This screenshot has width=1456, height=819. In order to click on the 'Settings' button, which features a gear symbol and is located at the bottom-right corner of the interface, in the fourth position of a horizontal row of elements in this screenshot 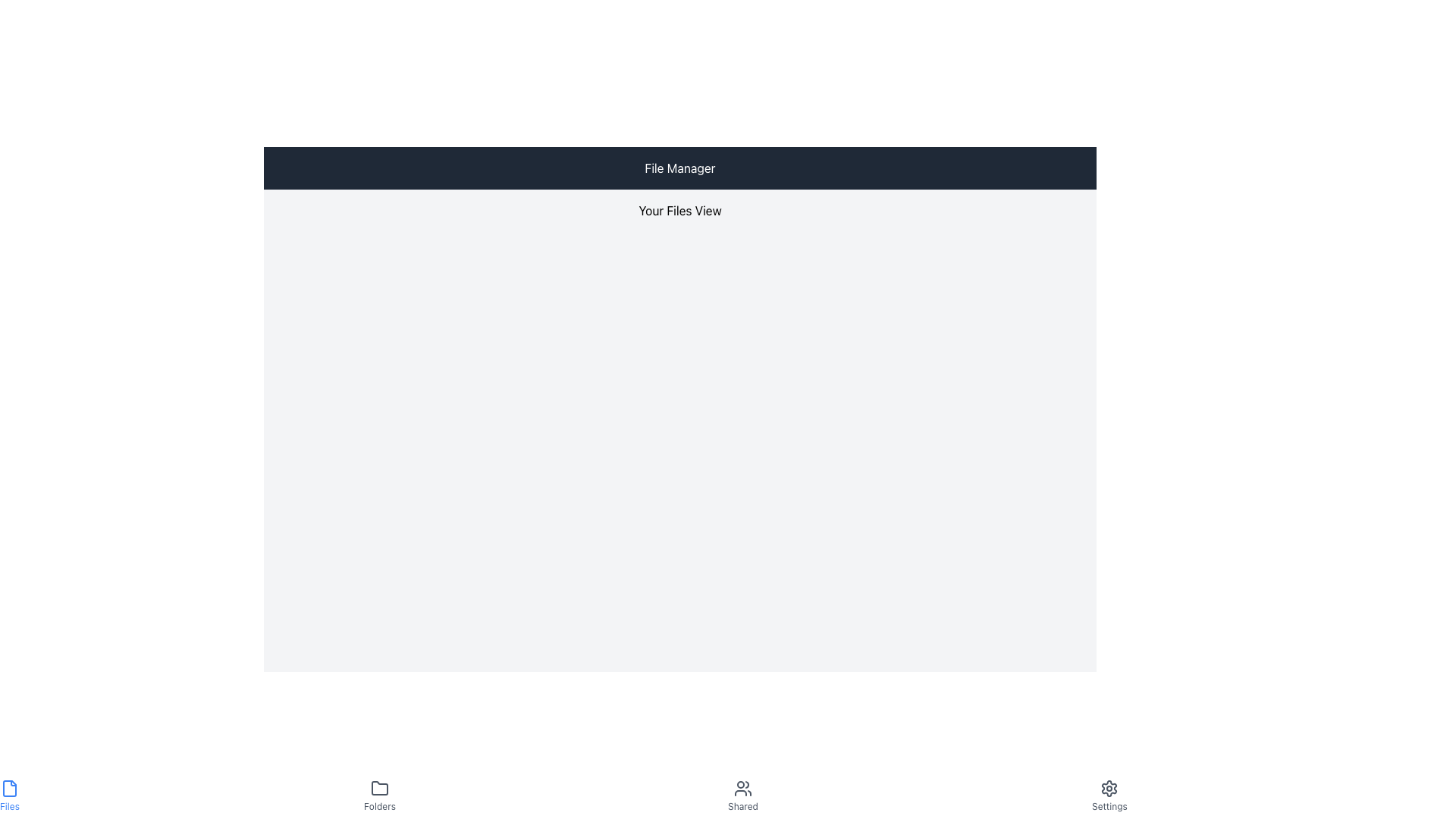, I will do `click(1109, 795)`.